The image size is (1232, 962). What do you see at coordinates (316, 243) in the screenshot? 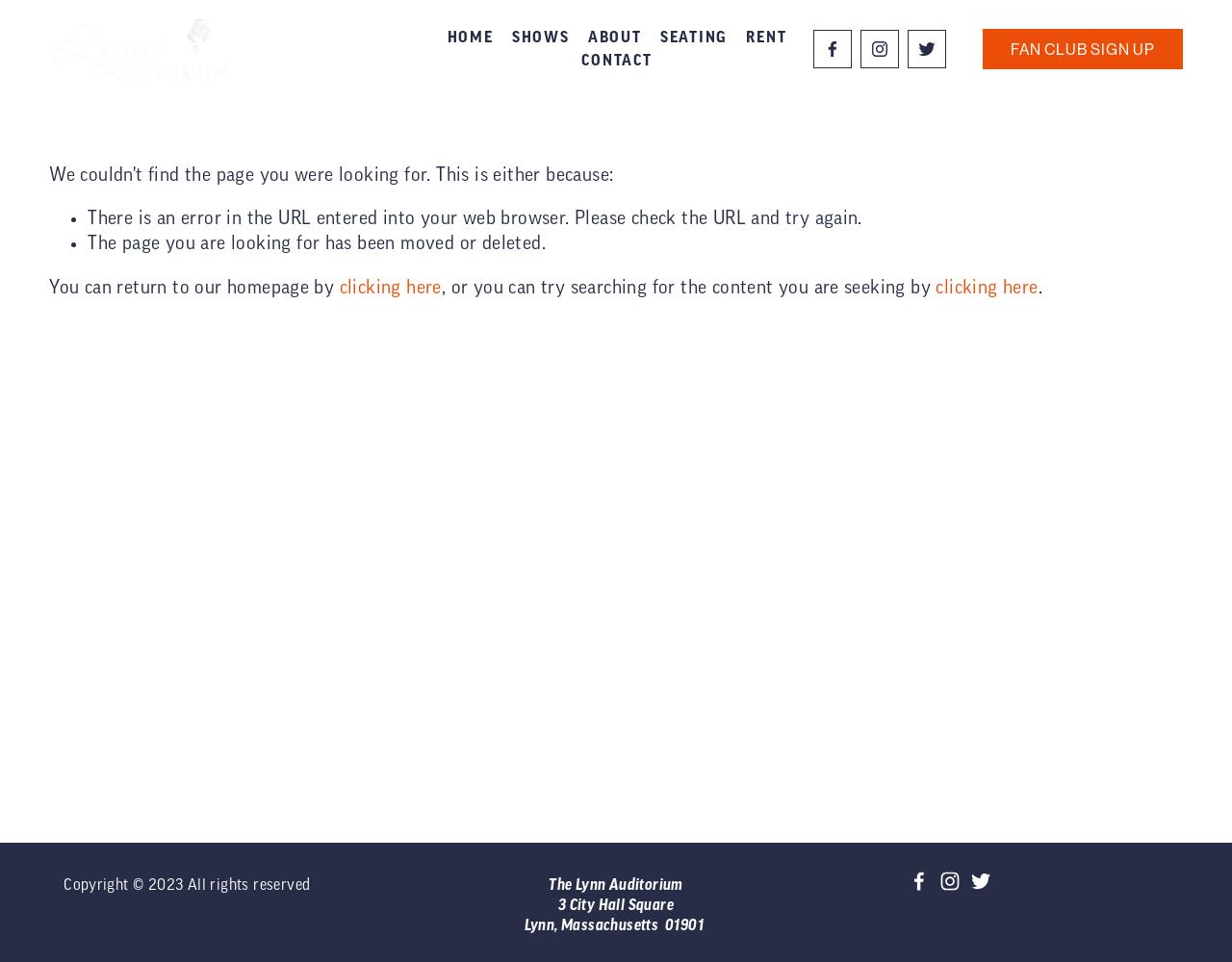
I see `'The page you are looking for has been moved or deleted.'` at bounding box center [316, 243].